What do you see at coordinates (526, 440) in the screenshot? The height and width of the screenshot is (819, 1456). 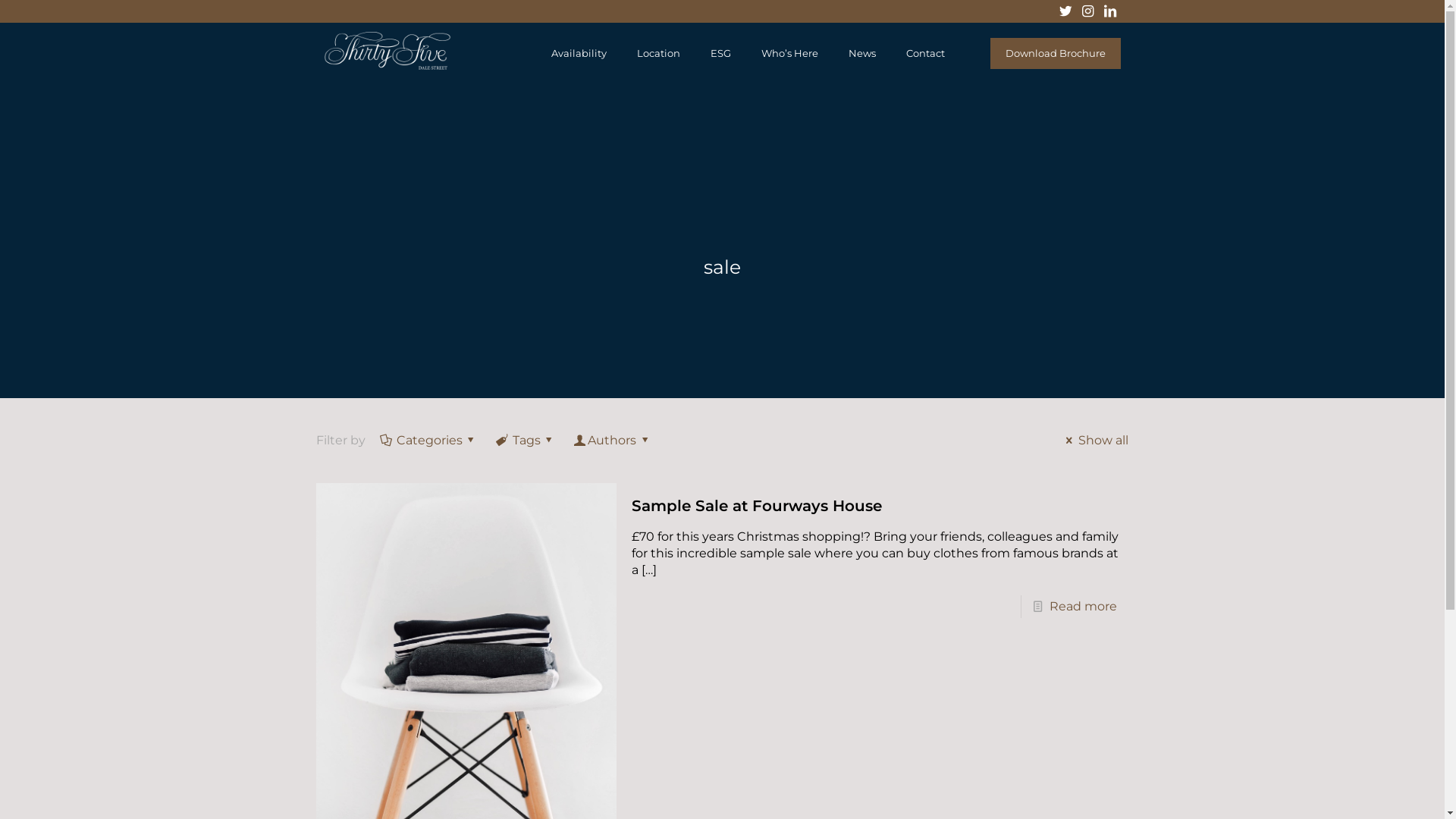 I see `'Tags'` at bounding box center [526, 440].